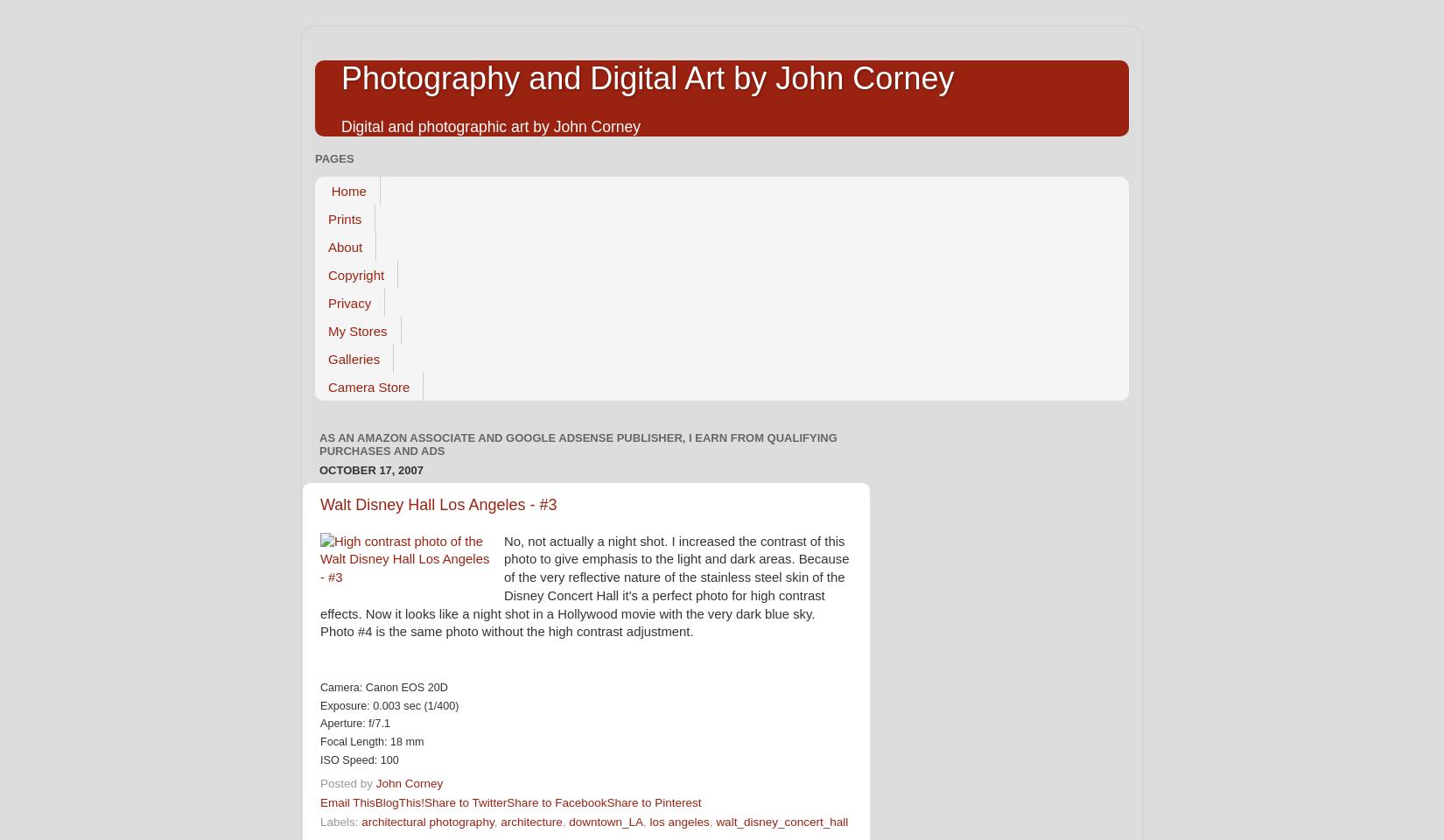  Describe the element at coordinates (340, 821) in the screenshot. I see `'Labels:'` at that location.